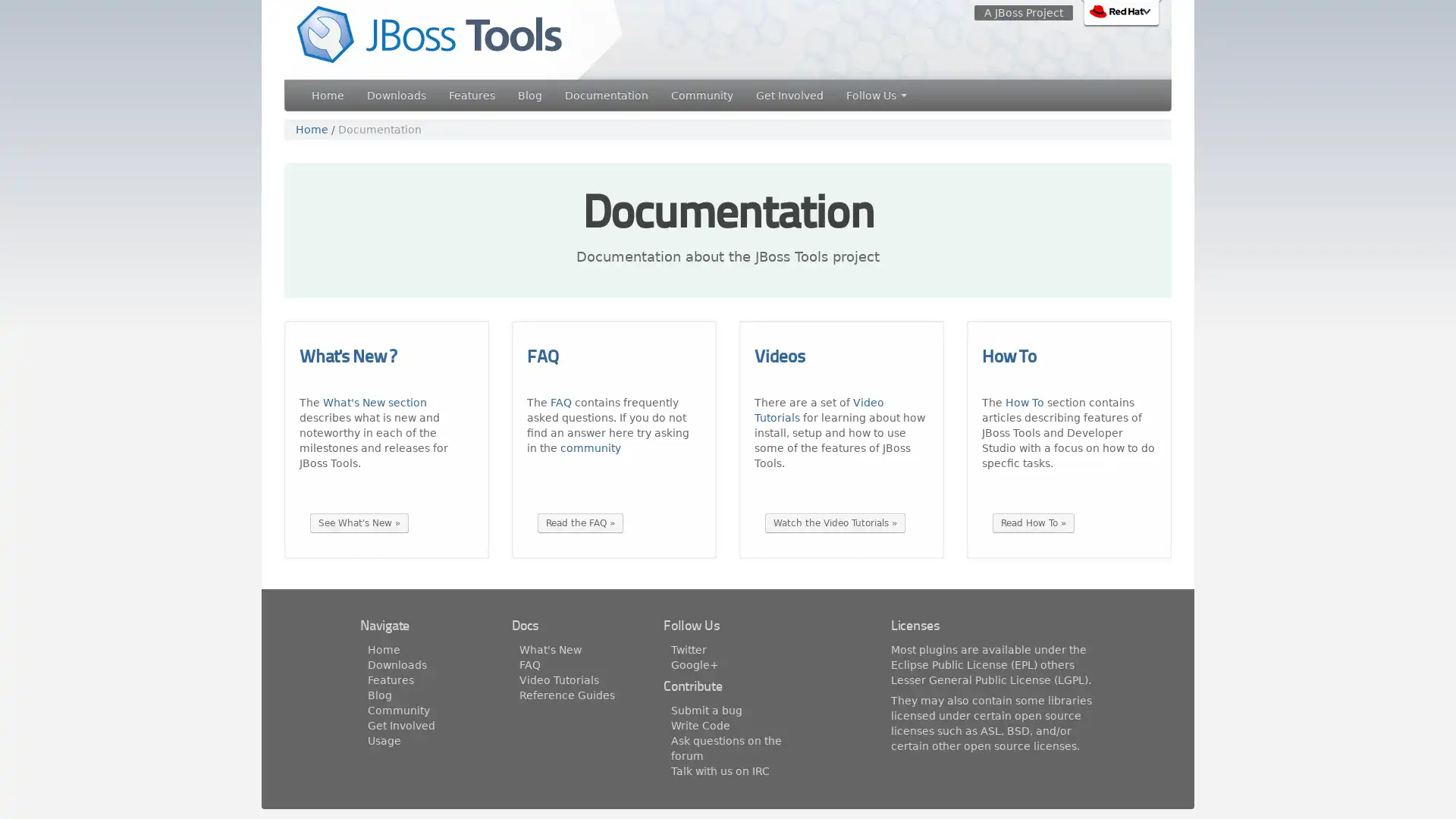 This screenshot has width=1456, height=819. Describe the element at coordinates (834, 522) in the screenshot. I see `Watch the Video Tutorials` at that location.